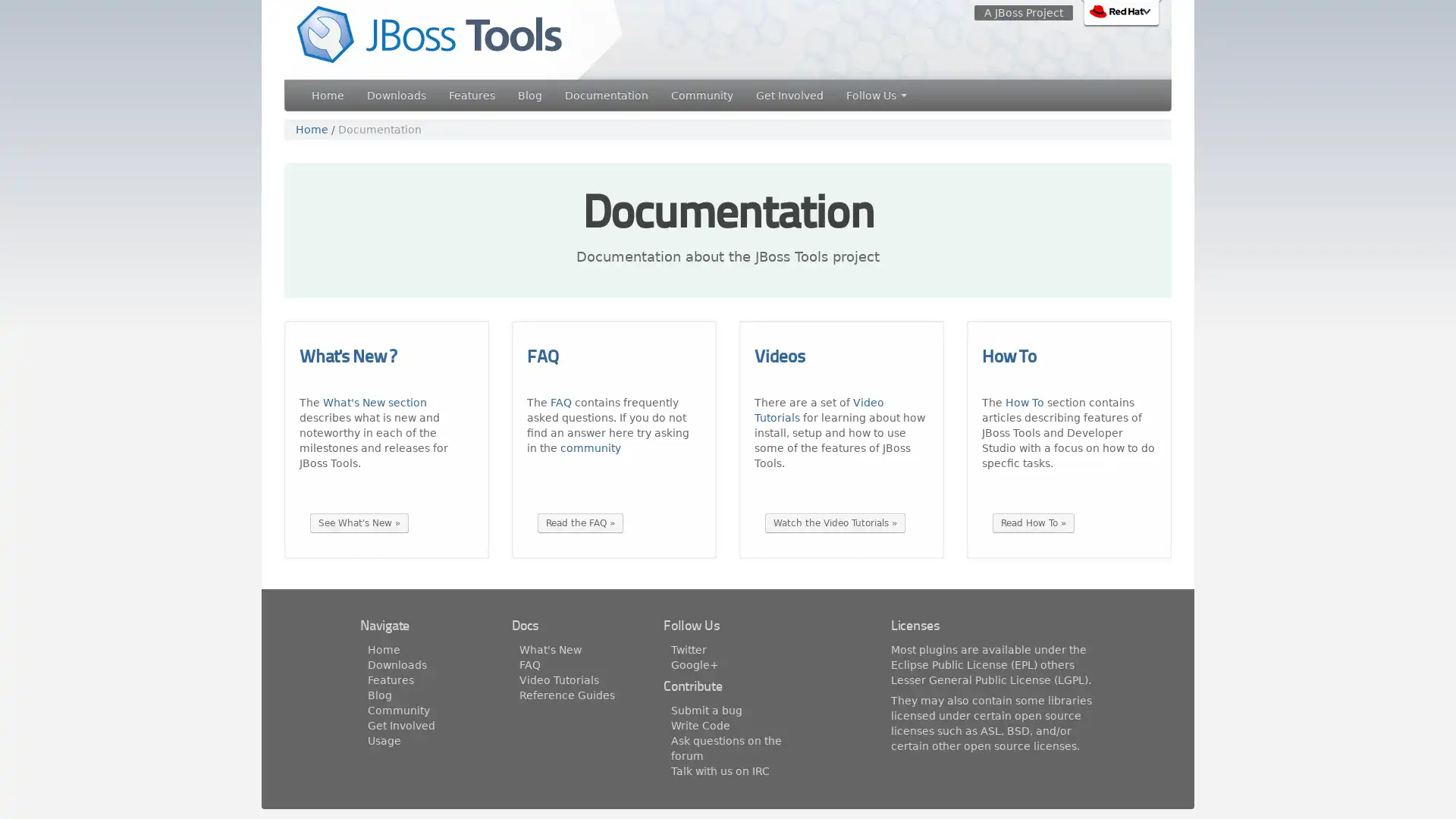 This screenshot has width=1456, height=819. Describe the element at coordinates (834, 522) in the screenshot. I see `Watch the Video Tutorials` at that location.